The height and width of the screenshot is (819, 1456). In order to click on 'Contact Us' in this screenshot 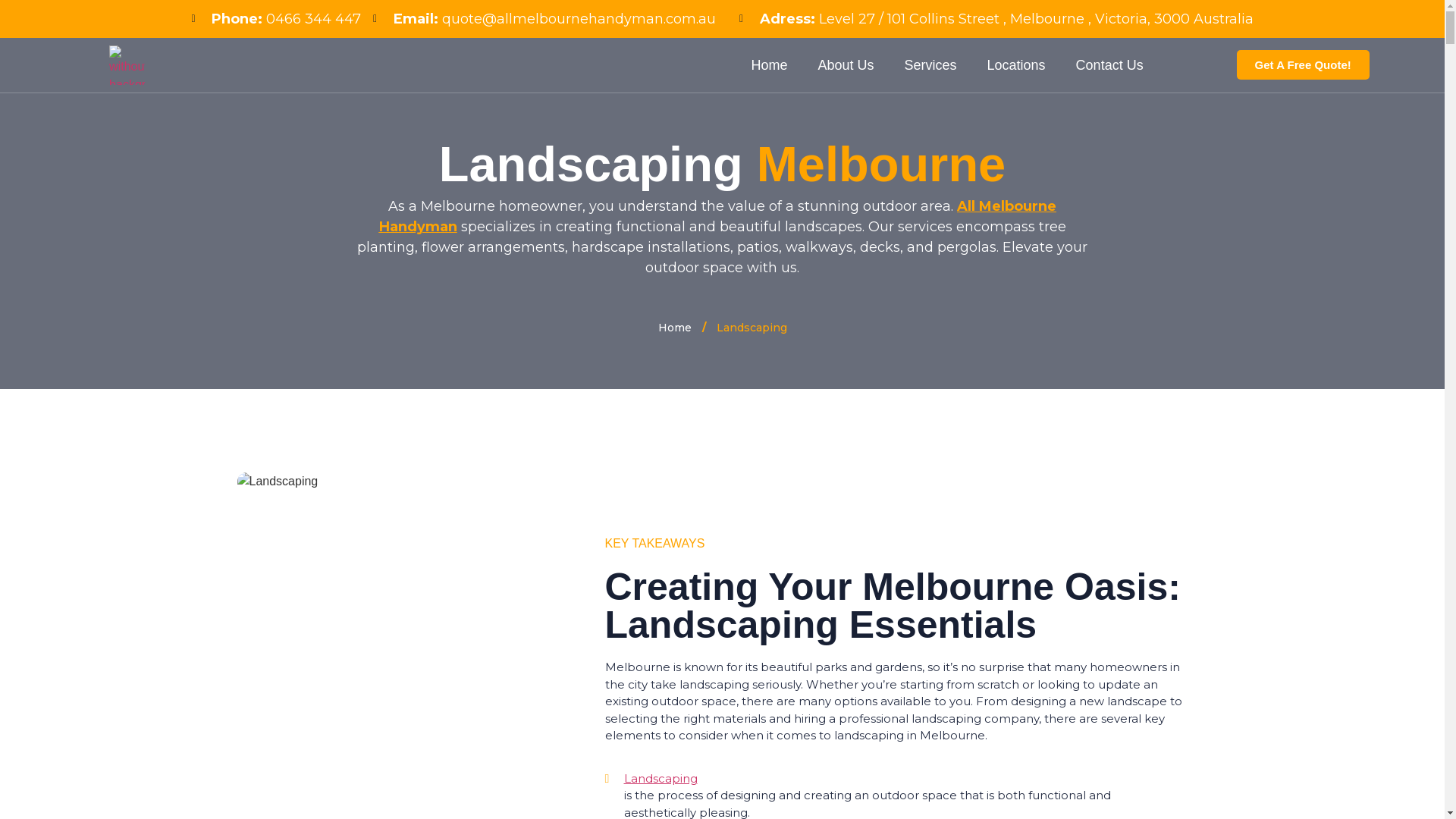, I will do `click(1109, 64)`.